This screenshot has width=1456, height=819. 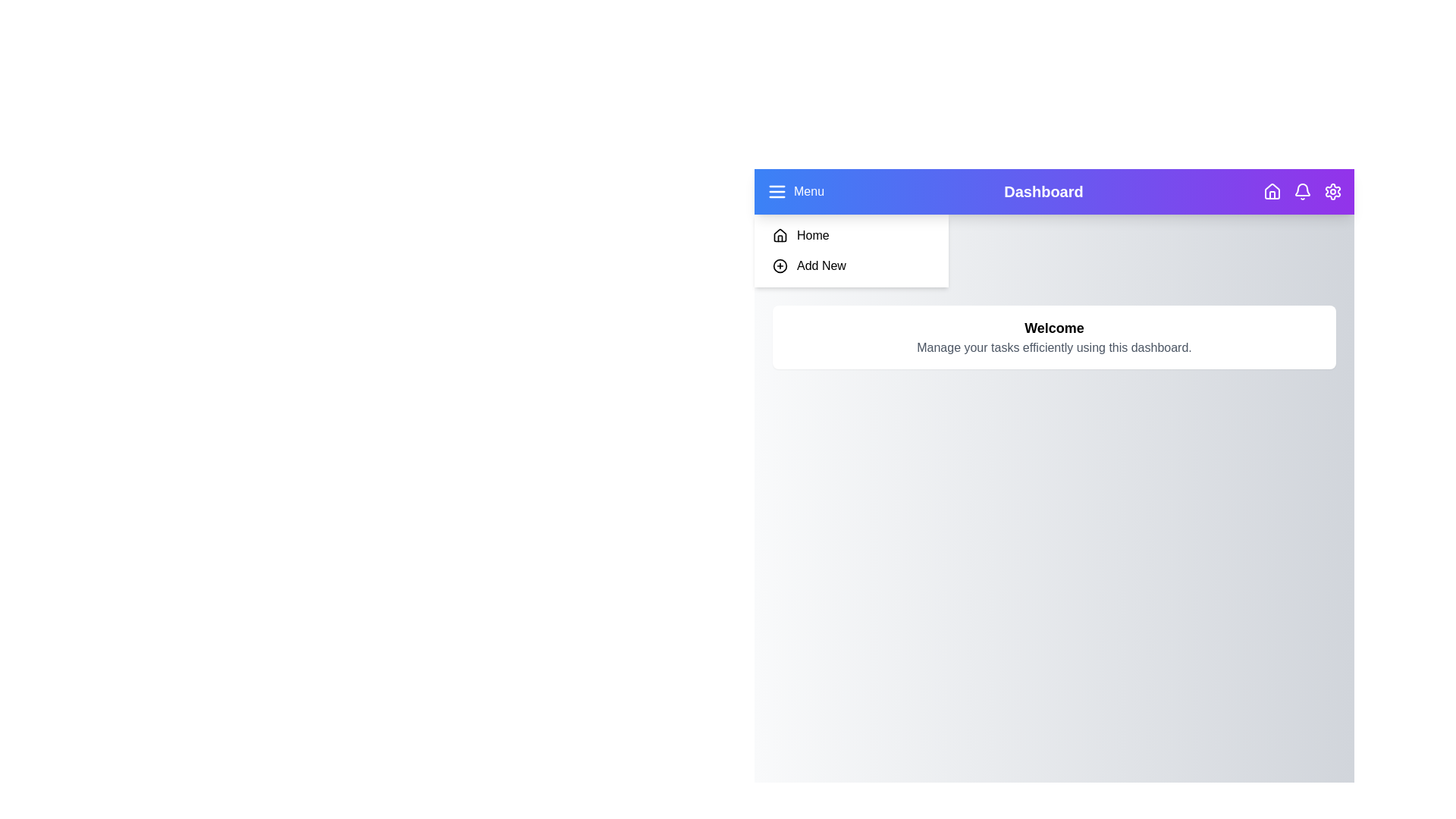 I want to click on the 'Menu' button to toggle the sidebar visibility, so click(x=795, y=191).